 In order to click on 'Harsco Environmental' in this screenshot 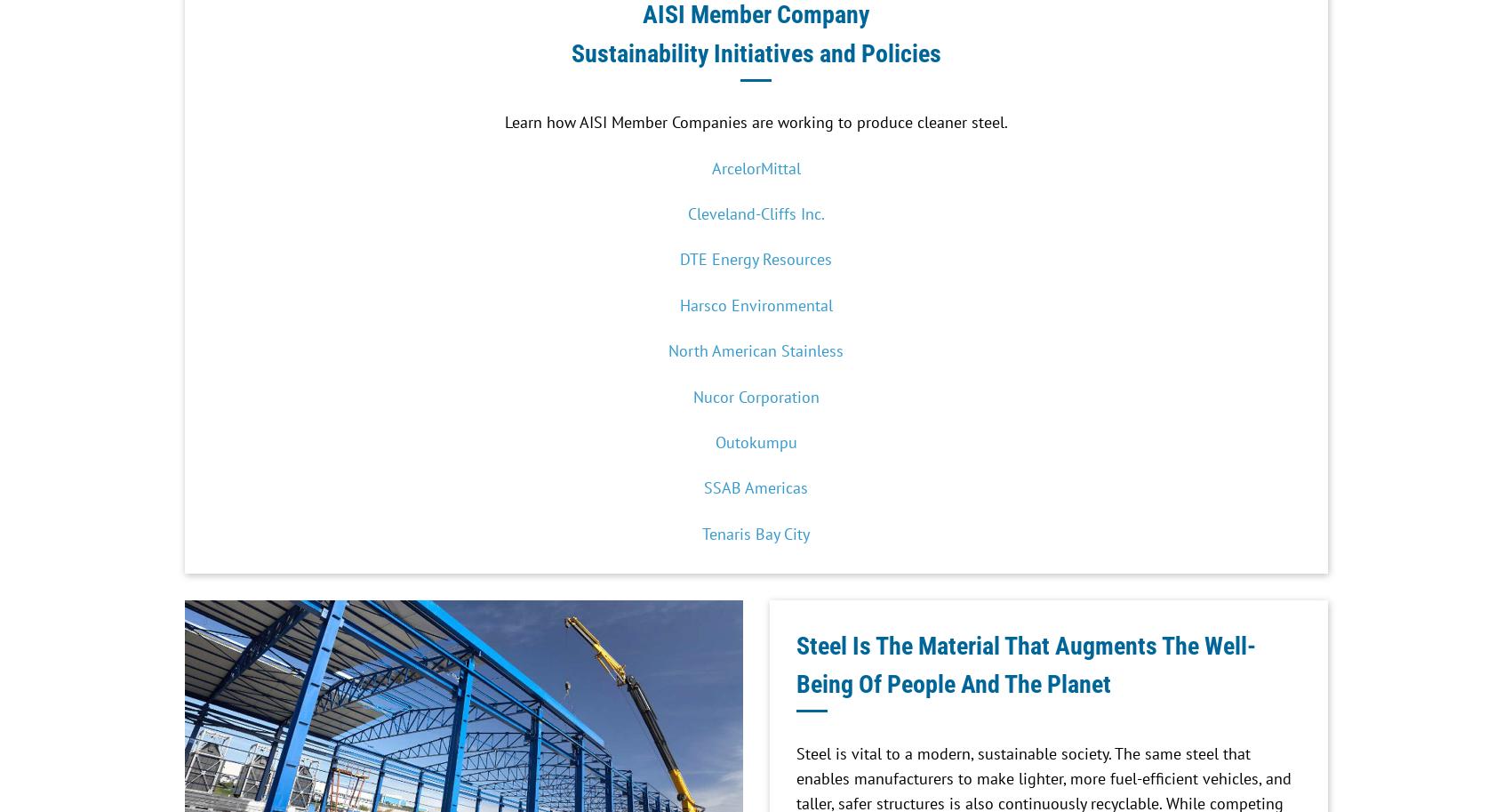, I will do `click(755, 304)`.